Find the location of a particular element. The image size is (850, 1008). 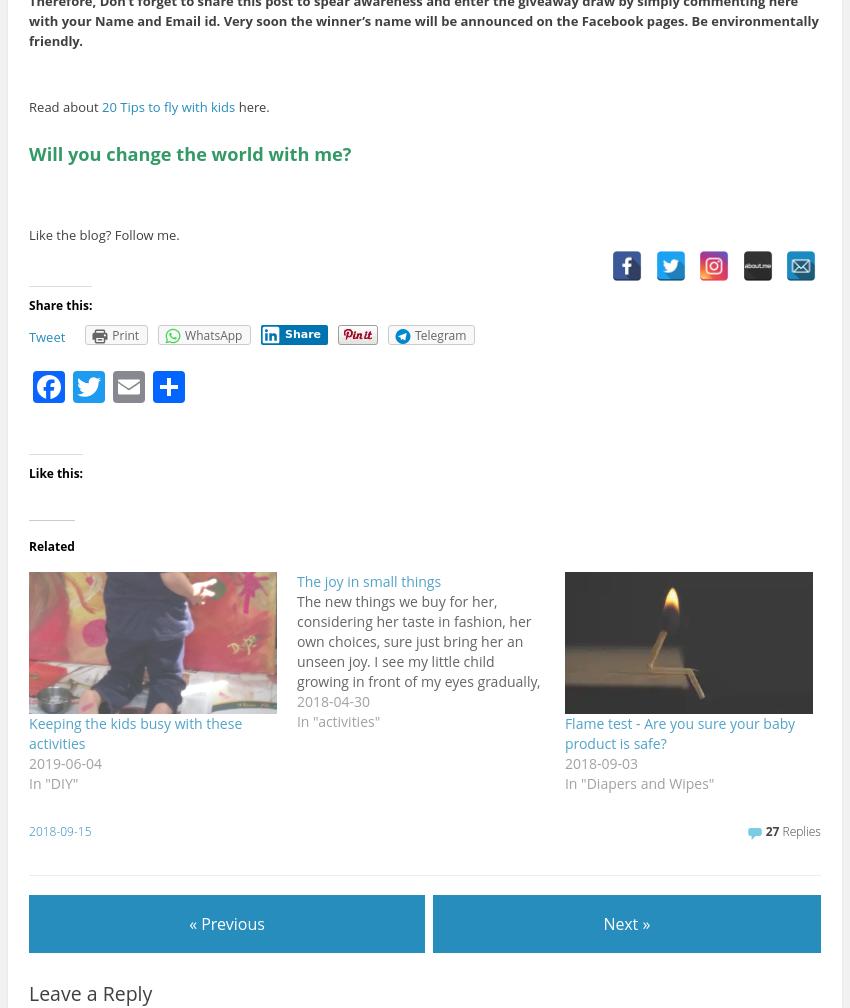

'Post navigation' is located at coordinates (74, 904).